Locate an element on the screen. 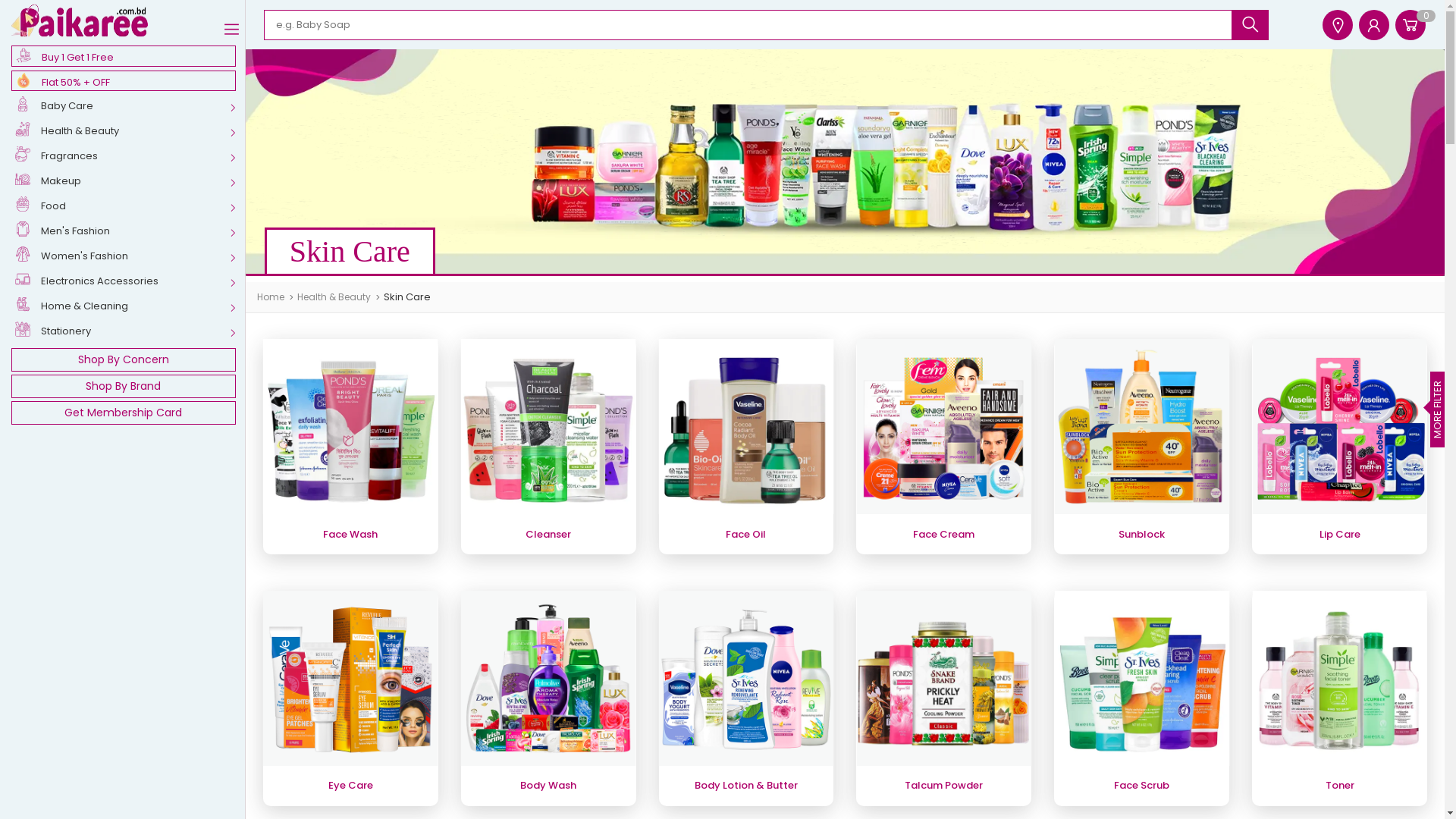 Image resolution: width=1456 pixels, height=819 pixels. 'Electronics Accessories' is located at coordinates (127, 282).